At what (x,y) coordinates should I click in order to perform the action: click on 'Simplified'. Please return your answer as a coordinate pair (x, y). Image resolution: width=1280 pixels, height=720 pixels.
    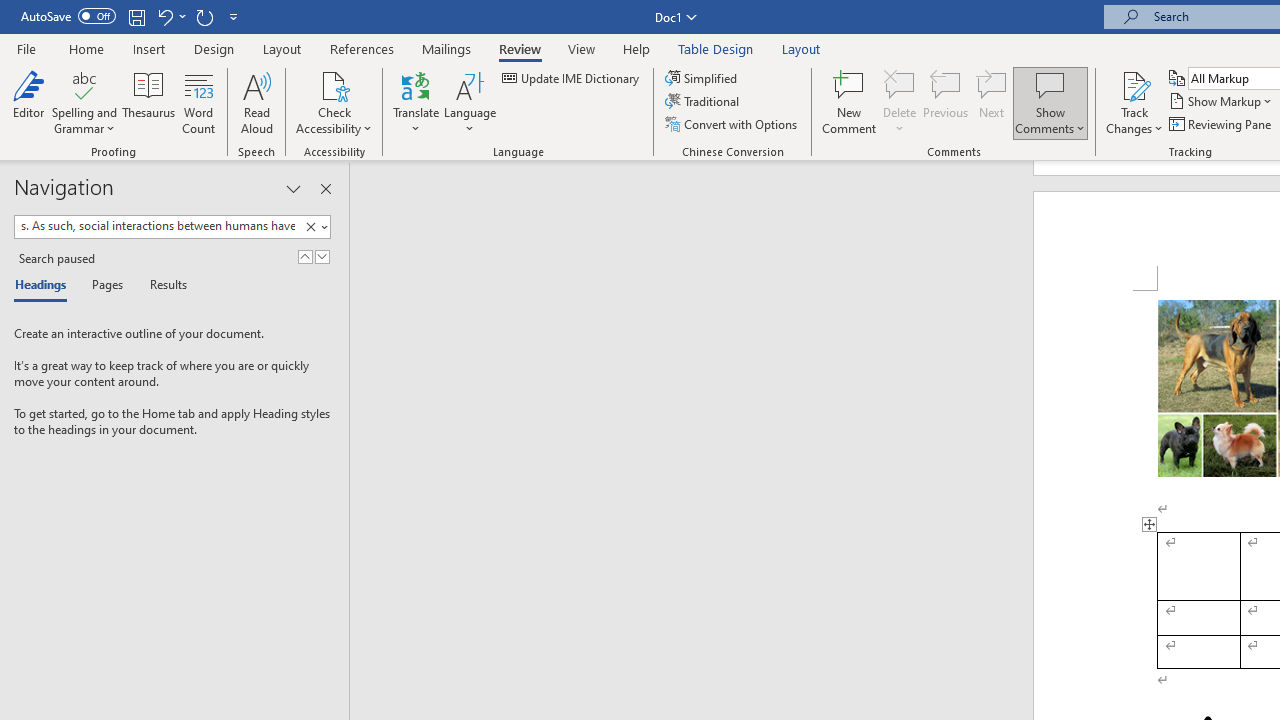
    Looking at the image, I should click on (702, 77).